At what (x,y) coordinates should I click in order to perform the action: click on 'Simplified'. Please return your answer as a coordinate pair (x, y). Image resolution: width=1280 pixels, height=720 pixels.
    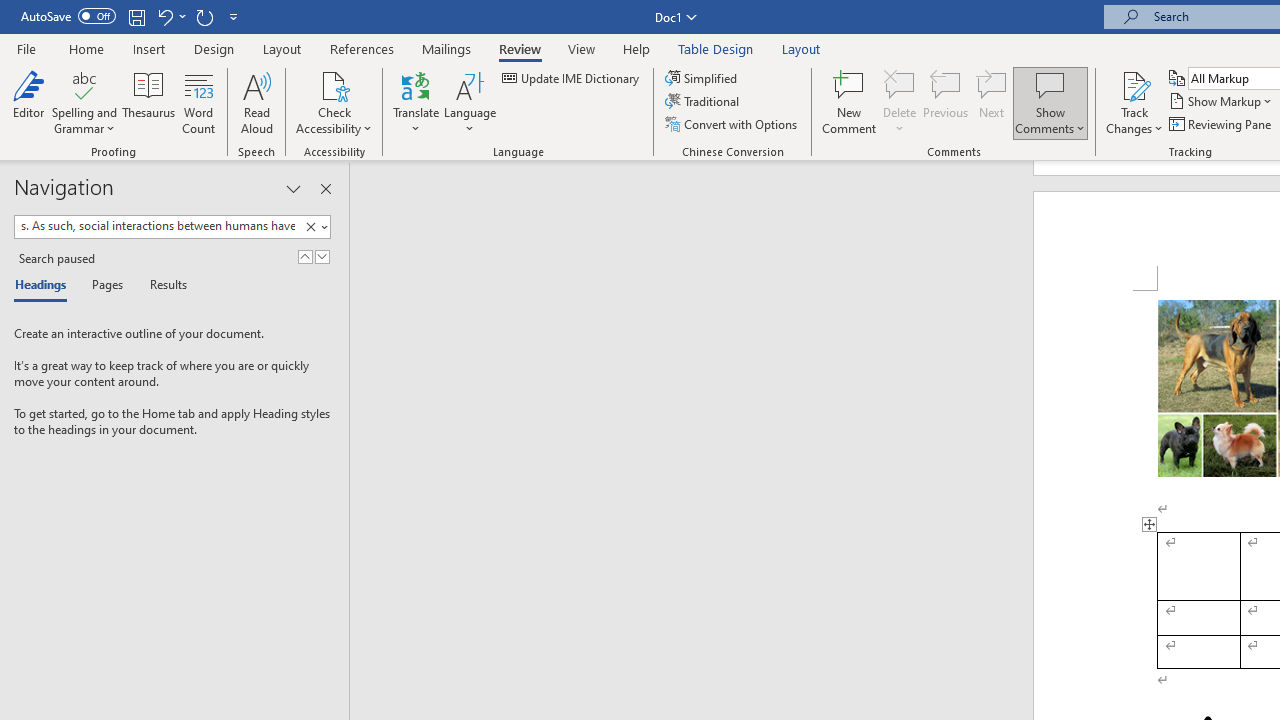
    Looking at the image, I should click on (702, 77).